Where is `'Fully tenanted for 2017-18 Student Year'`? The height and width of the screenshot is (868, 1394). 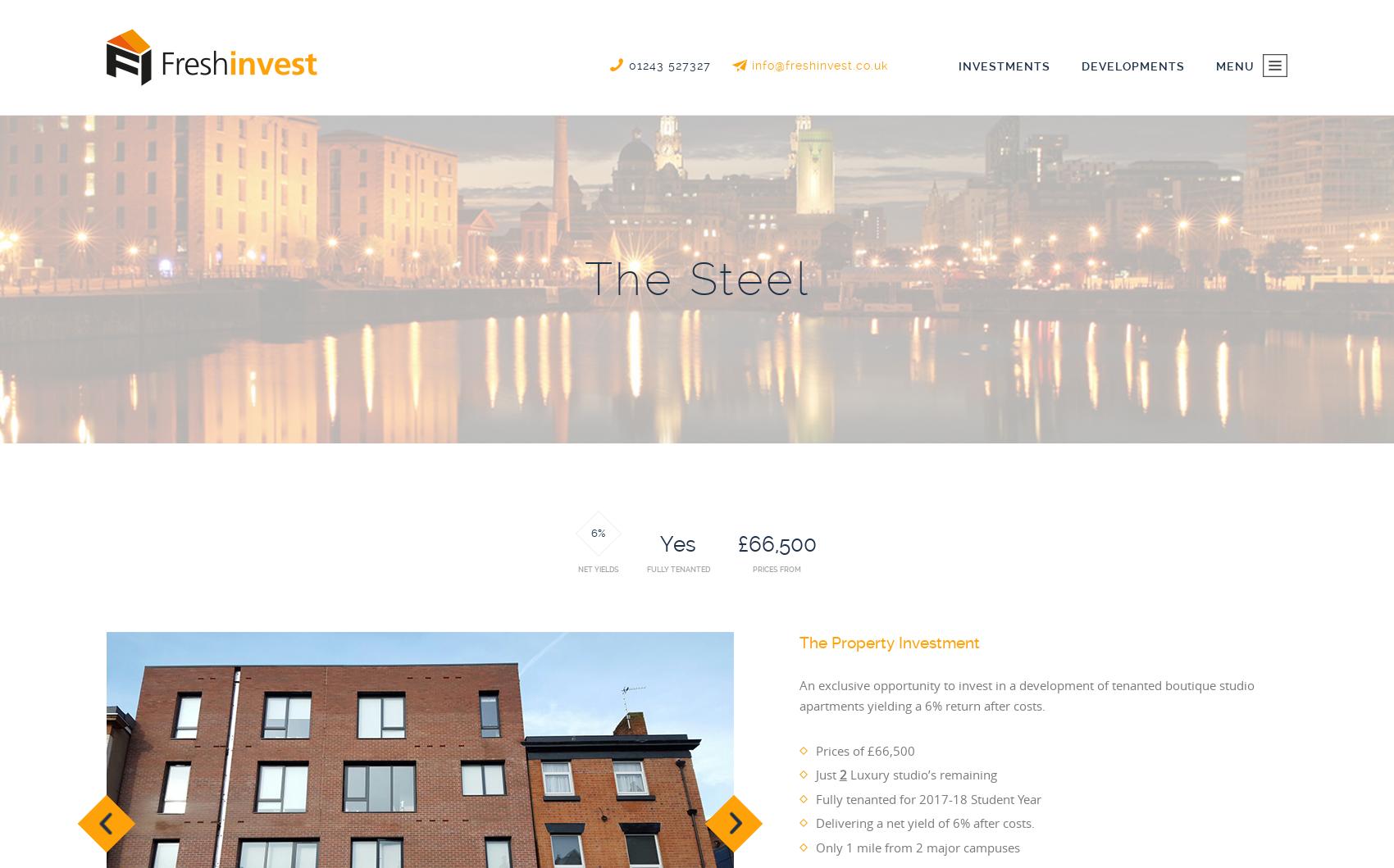 'Fully tenanted for 2017-18 Student Year' is located at coordinates (927, 797).